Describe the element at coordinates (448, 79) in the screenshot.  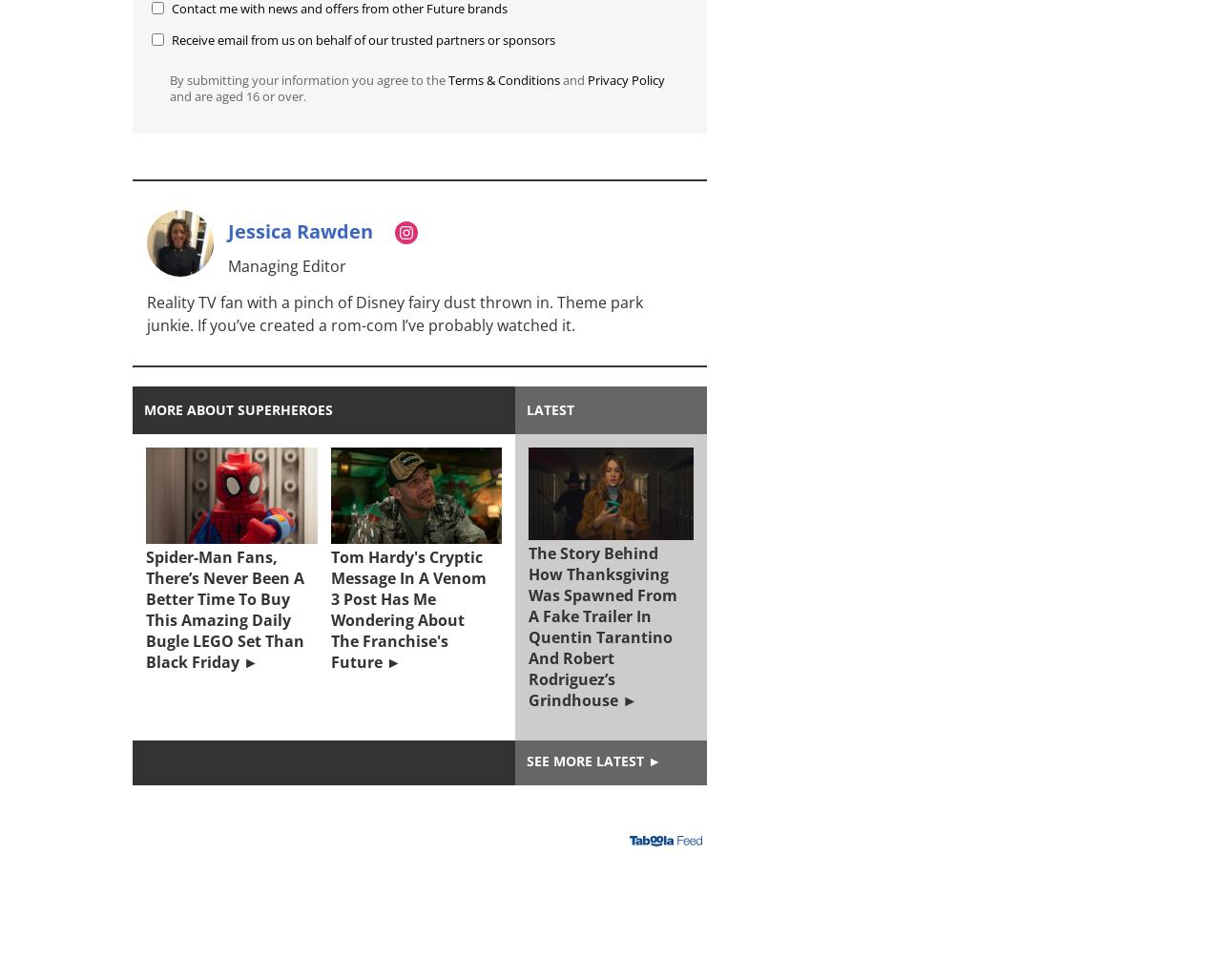
I see `'Terms & Conditions'` at that location.